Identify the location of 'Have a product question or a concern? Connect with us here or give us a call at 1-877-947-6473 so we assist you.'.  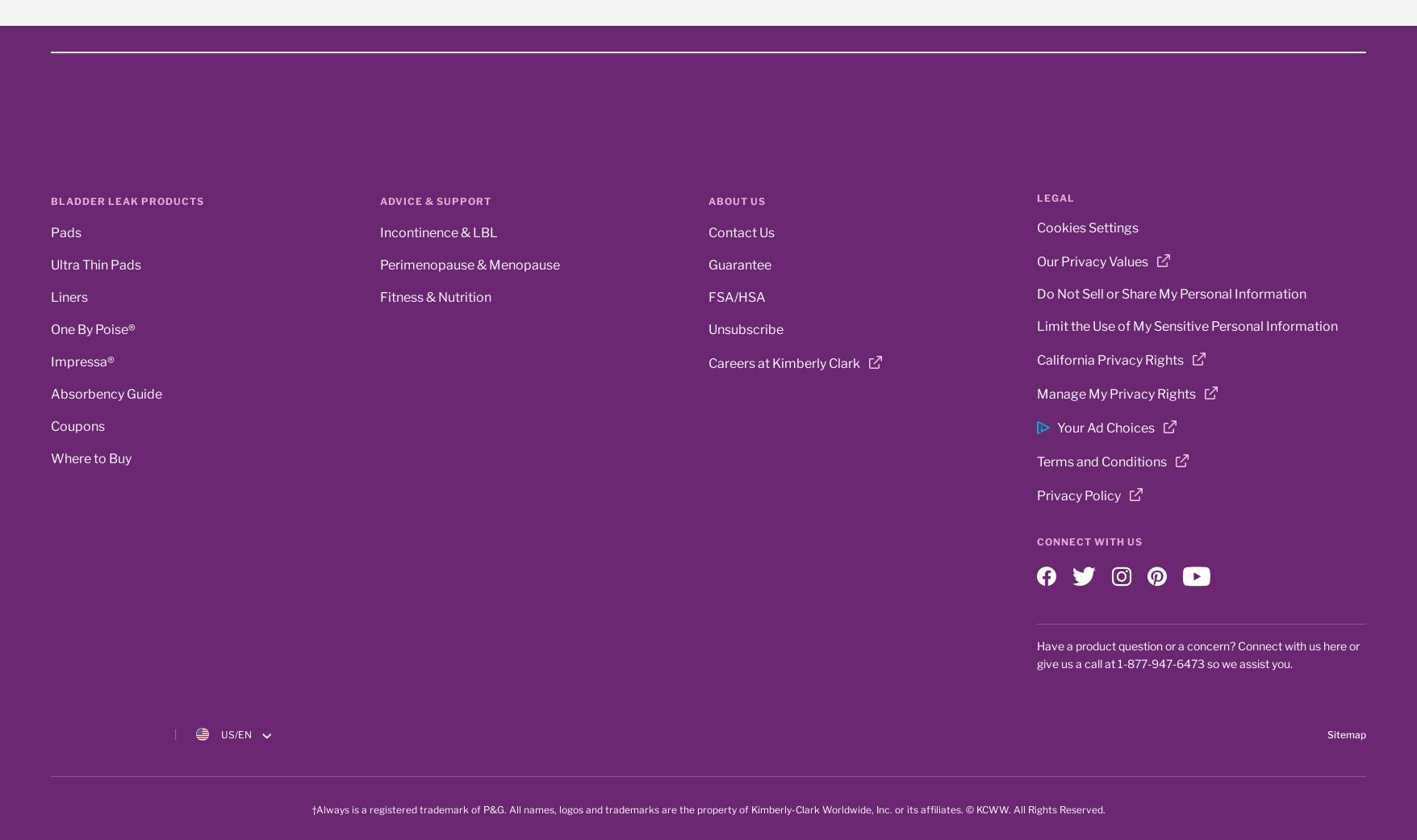
(1198, 654).